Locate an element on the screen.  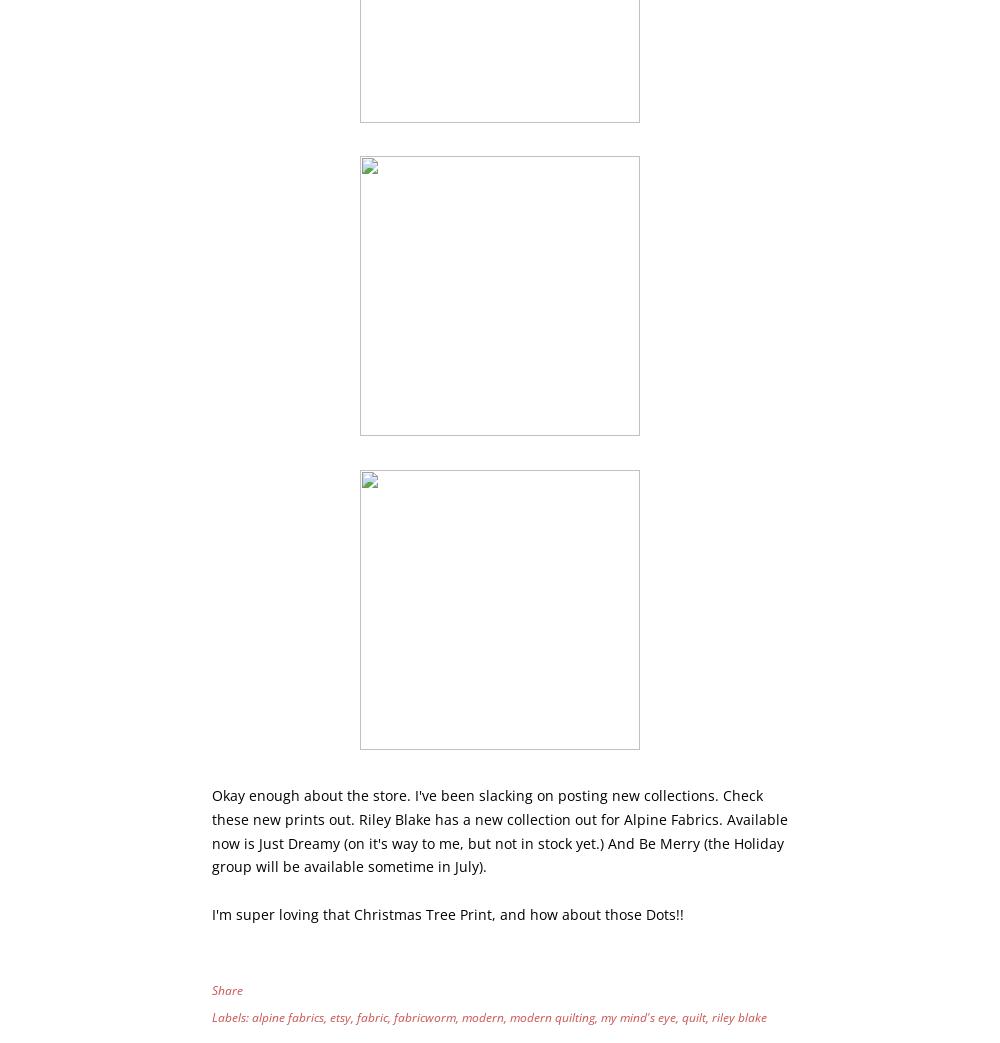
'etsy' is located at coordinates (339, 1017).